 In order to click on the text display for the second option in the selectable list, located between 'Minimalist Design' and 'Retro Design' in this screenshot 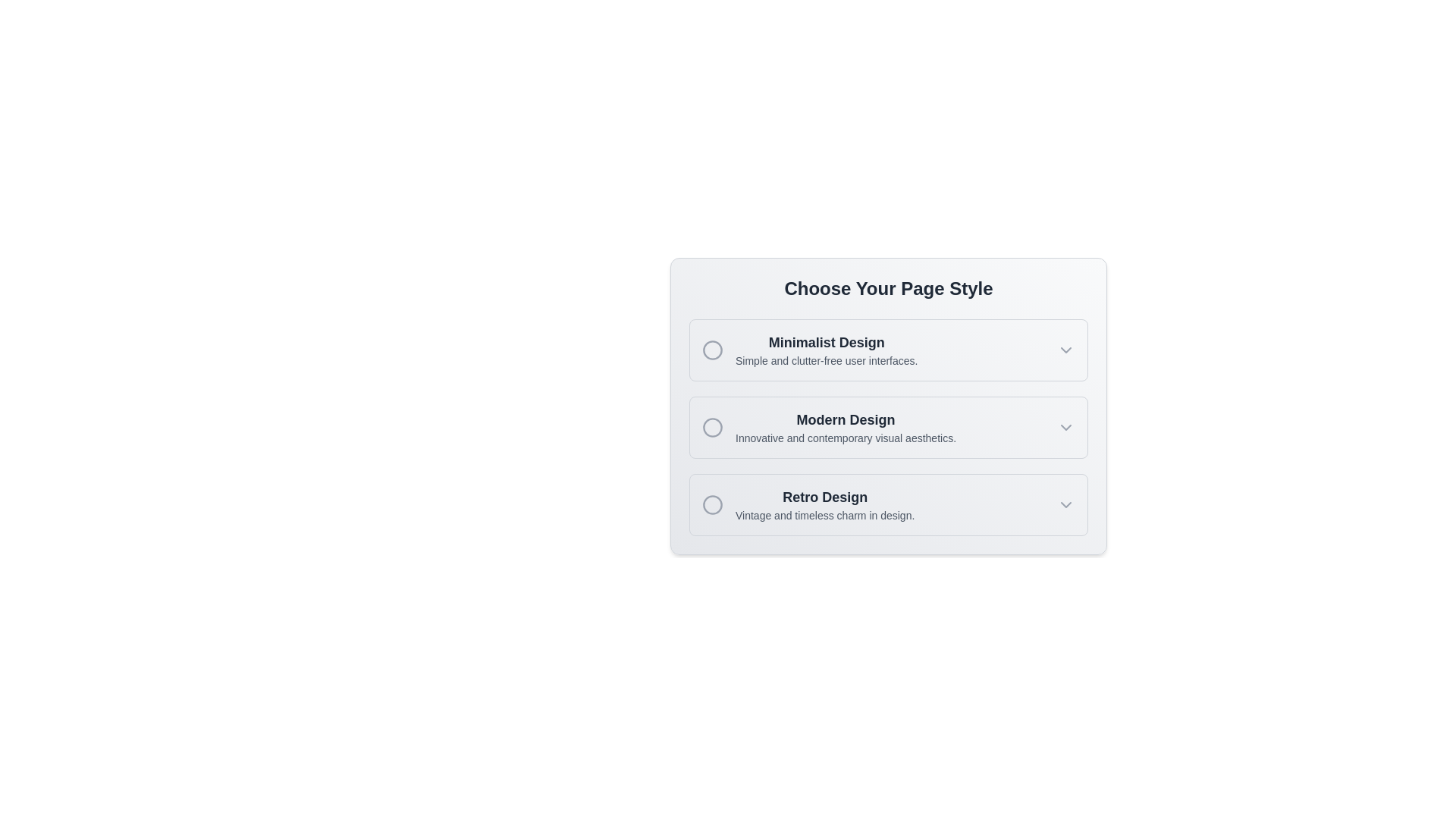, I will do `click(845, 427)`.